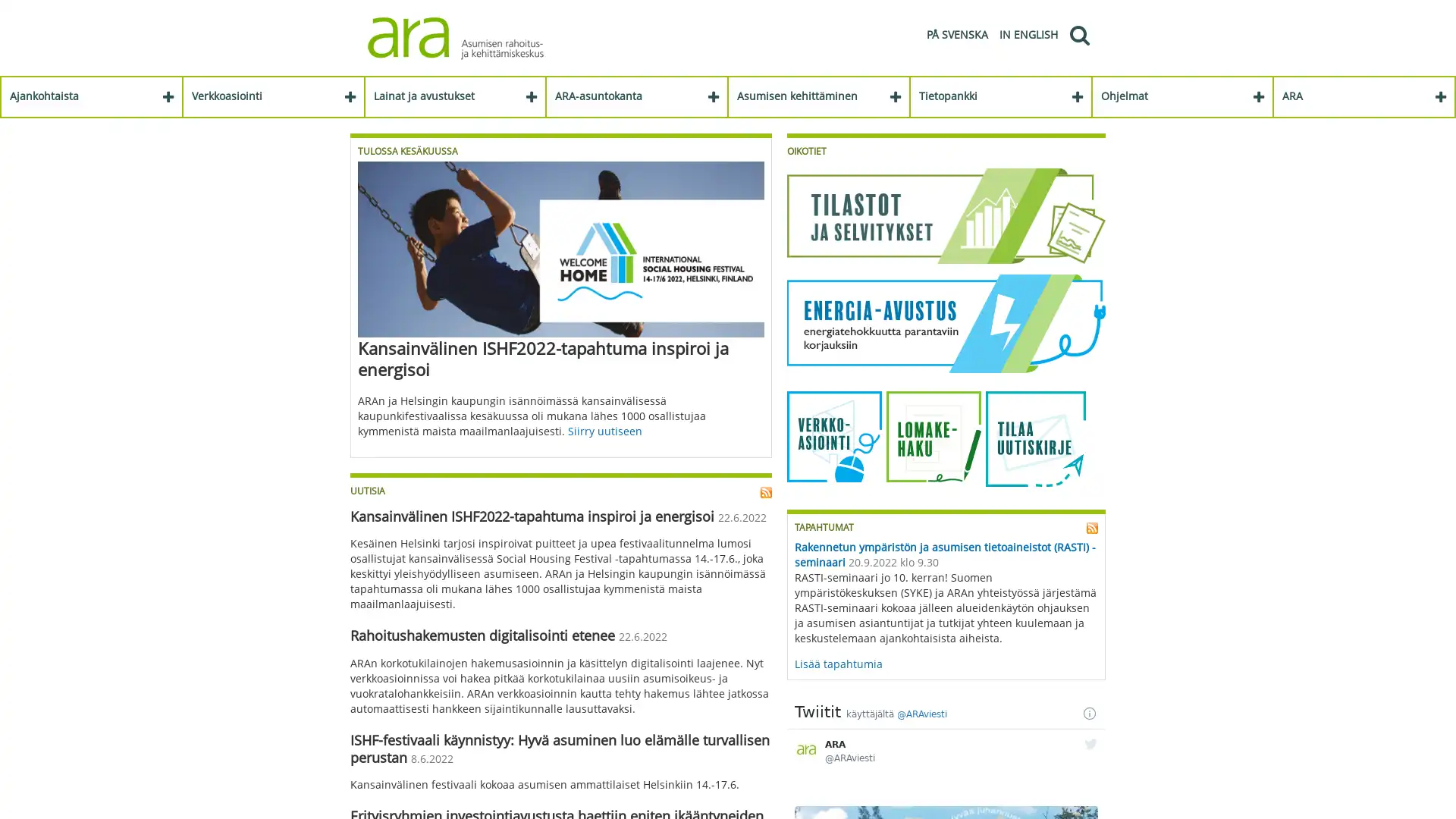 The height and width of the screenshot is (819, 1456). I want to click on Hae, so click(1078, 34).